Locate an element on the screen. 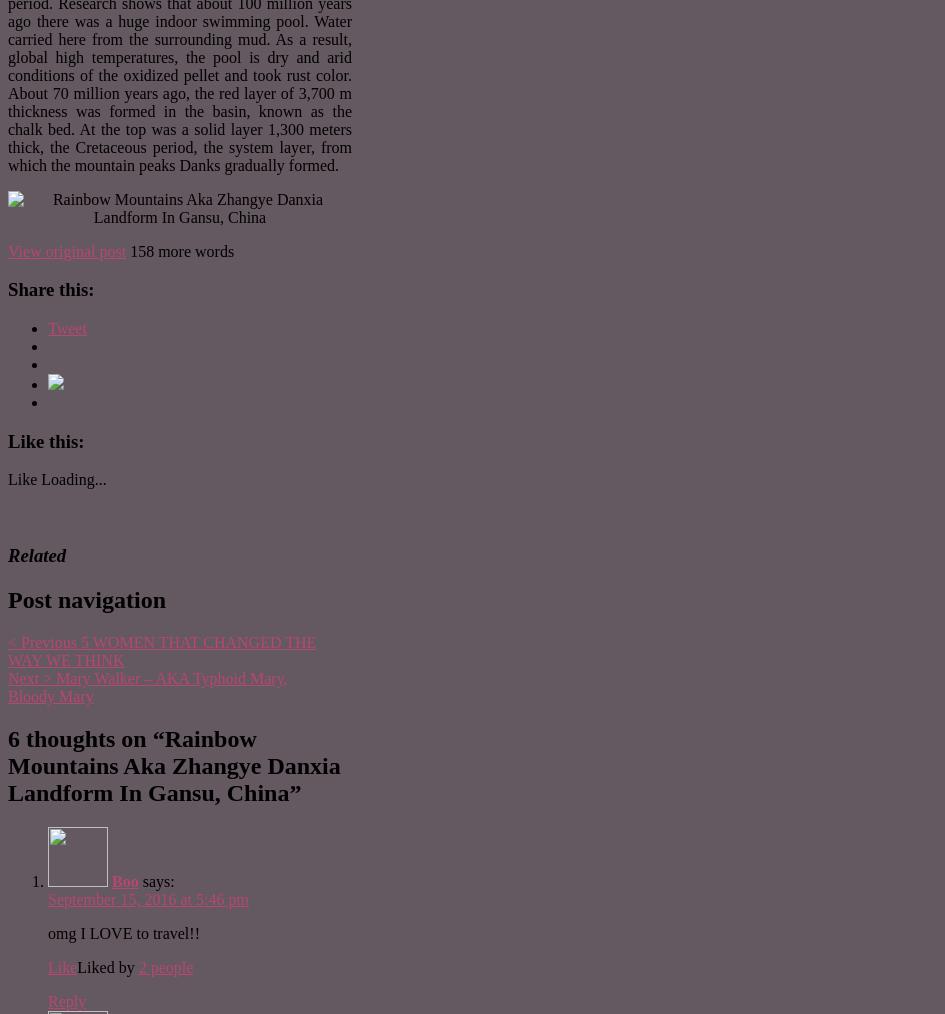  'Rainbow Mountains Aka Zhangye Danxia Landform In Gansu, China' is located at coordinates (173, 764).